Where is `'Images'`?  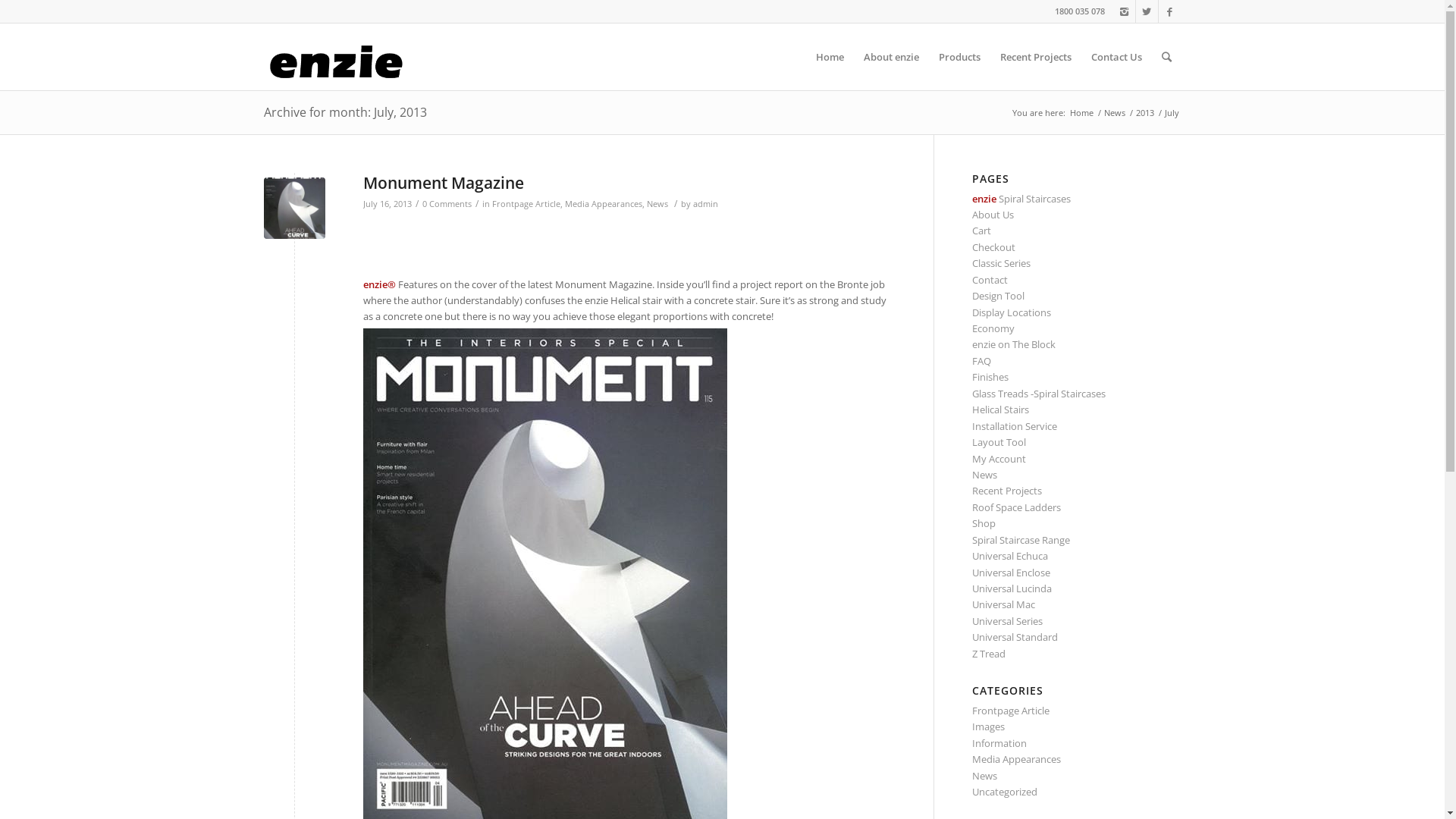
'Images' is located at coordinates (988, 725).